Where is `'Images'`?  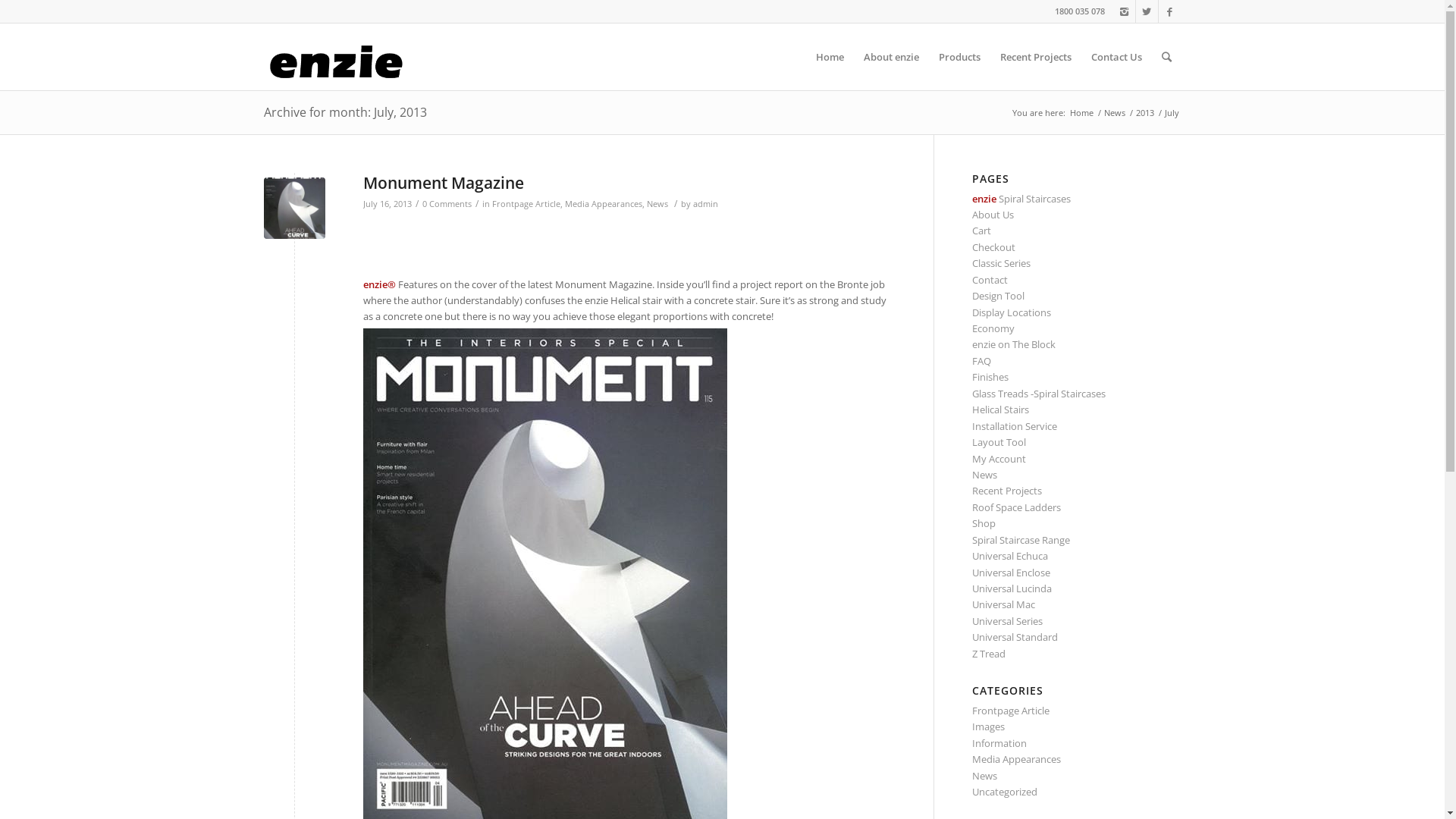
'Images' is located at coordinates (988, 725).